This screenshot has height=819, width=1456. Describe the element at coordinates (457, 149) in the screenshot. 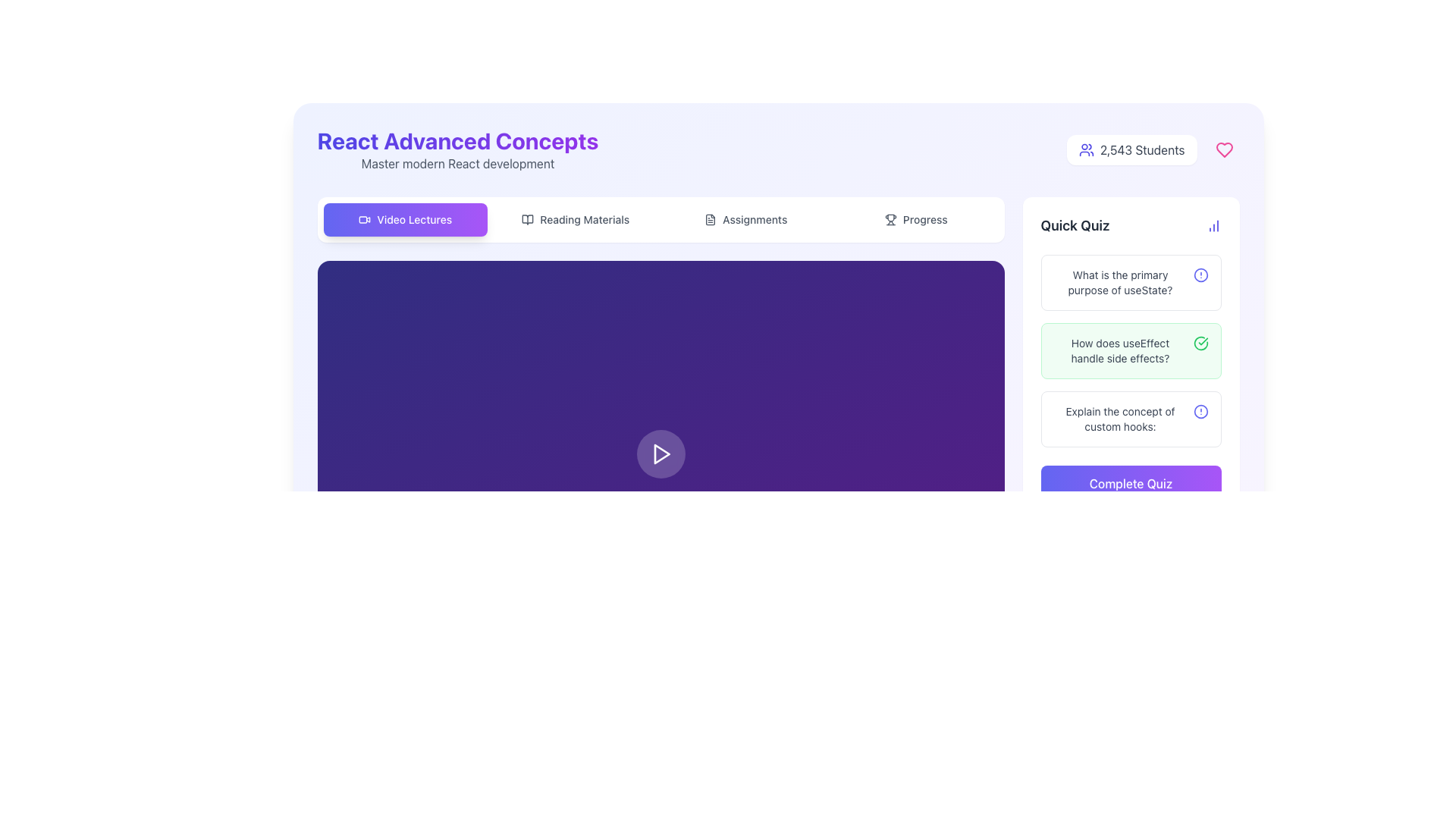

I see `the text block displaying 'React Advanced Concepts' and 'Master modern React development', which is located near the top-left side of the interface` at that location.